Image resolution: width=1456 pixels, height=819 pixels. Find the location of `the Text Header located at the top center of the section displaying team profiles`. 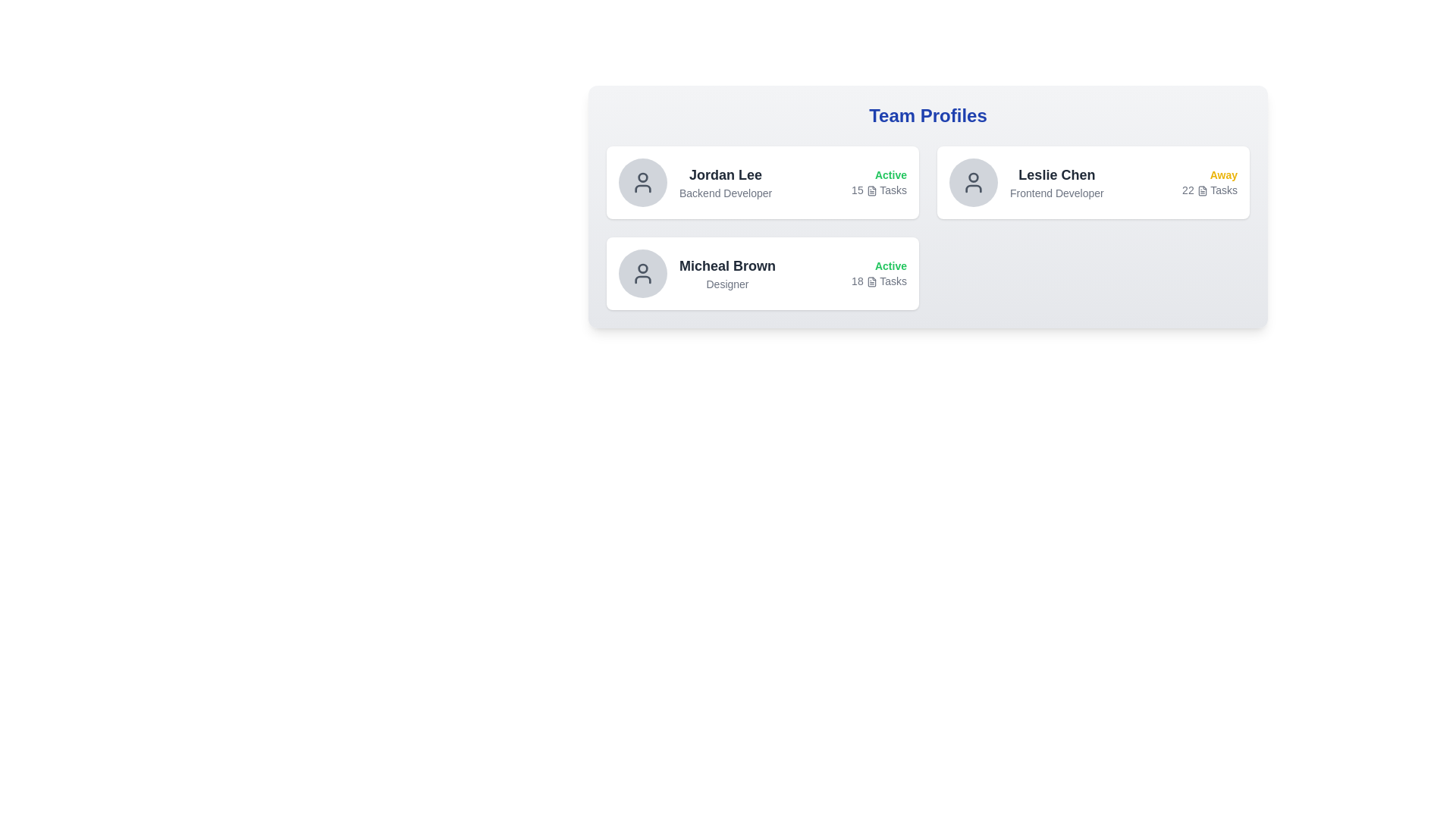

the Text Header located at the top center of the section displaying team profiles is located at coordinates (927, 115).